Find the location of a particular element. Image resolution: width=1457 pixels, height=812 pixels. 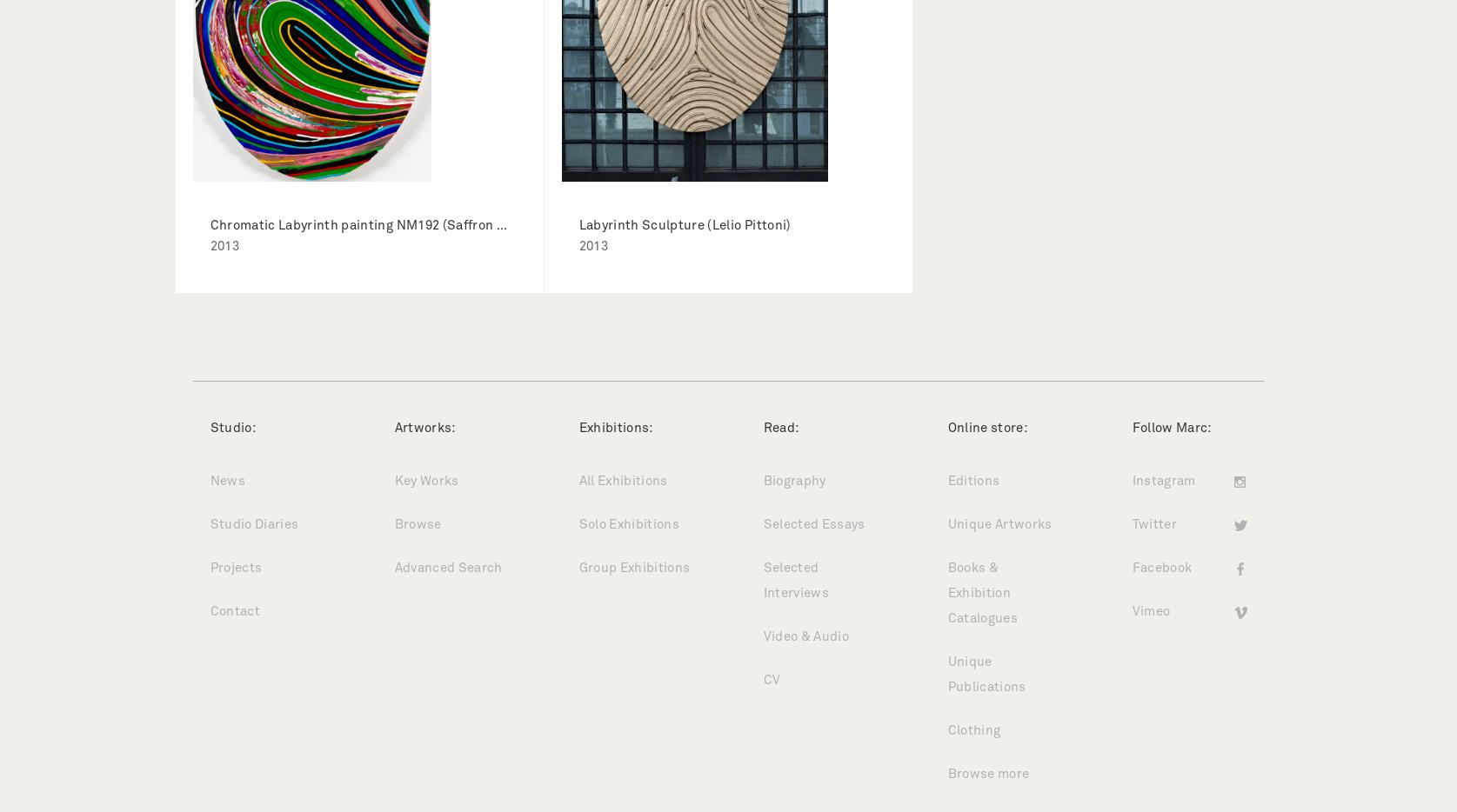

'Projects' is located at coordinates (235, 568).